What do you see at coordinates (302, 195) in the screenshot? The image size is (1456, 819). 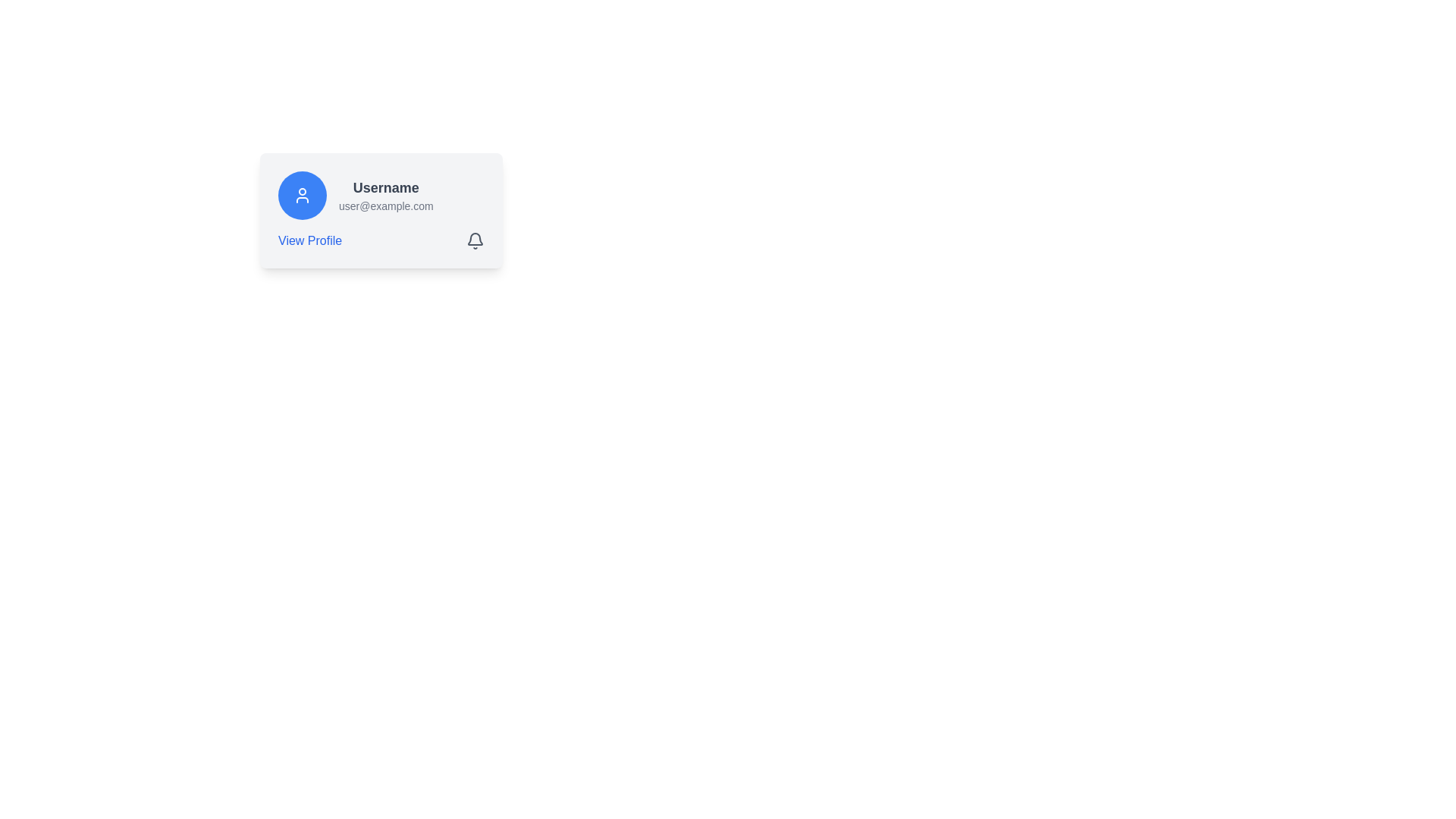 I see `the circular blue icon button with a white user icon in the center for user-related actions` at bounding box center [302, 195].